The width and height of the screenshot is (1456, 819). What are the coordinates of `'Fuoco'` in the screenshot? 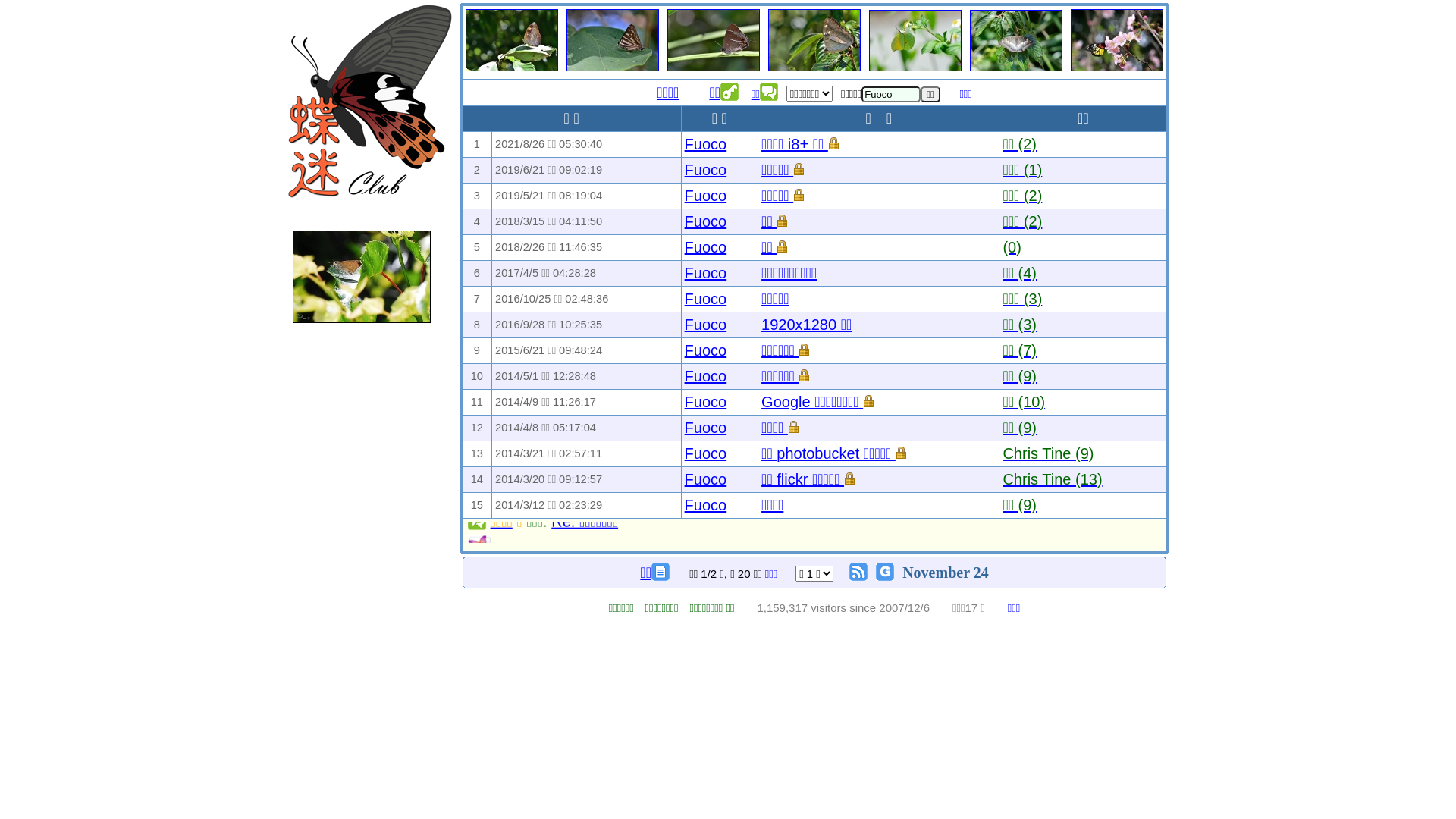 It's located at (683, 400).